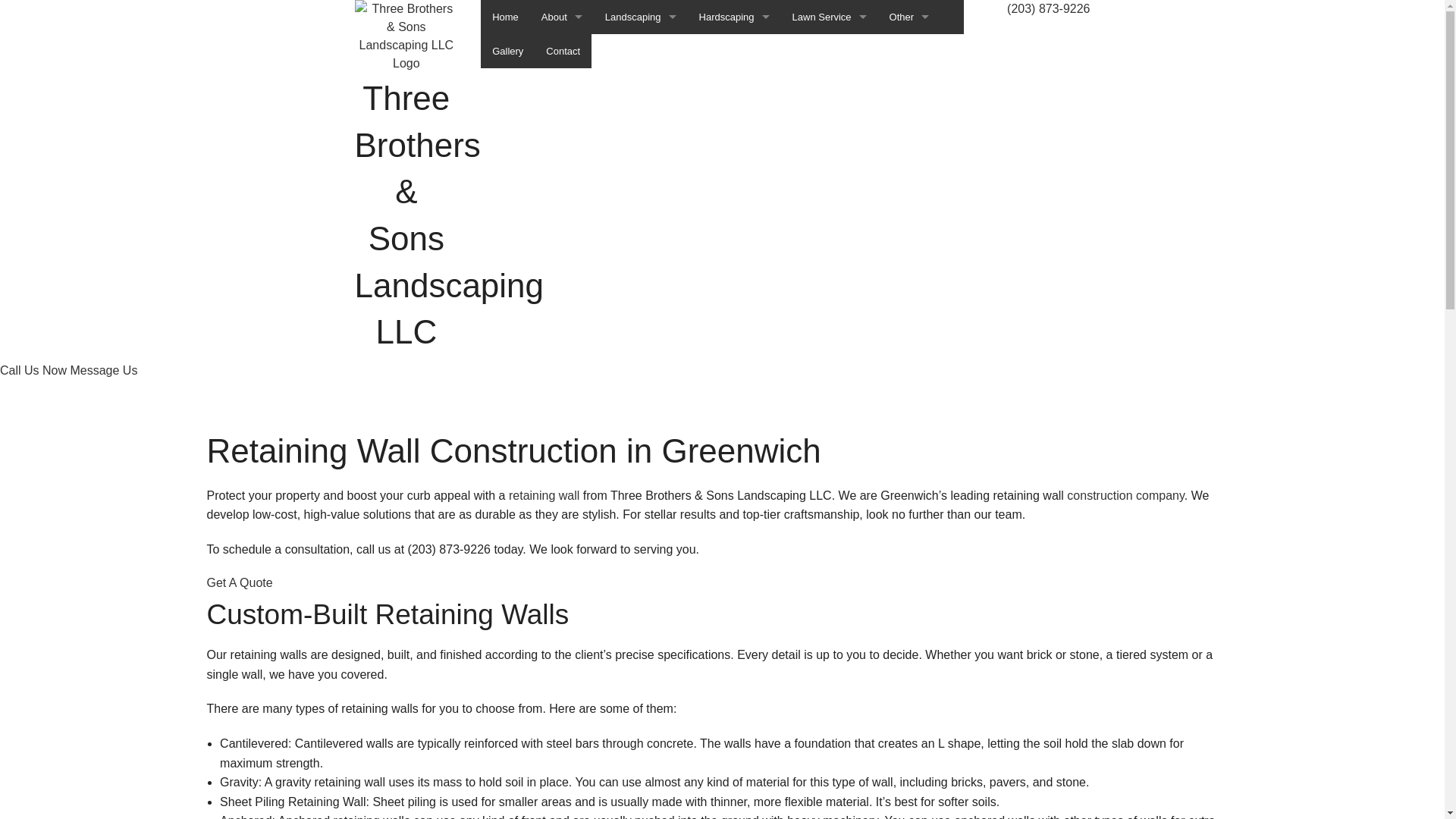 Image resolution: width=1456 pixels, height=819 pixels. What do you see at coordinates (829, 85) in the screenshot?
I see `'Lawn Care Services'` at bounding box center [829, 85].